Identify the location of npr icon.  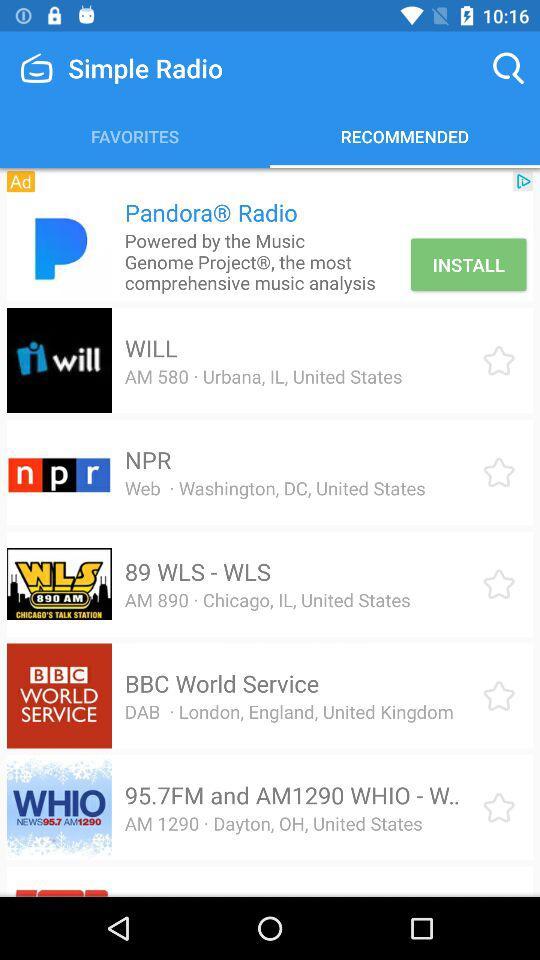
(147, 459).